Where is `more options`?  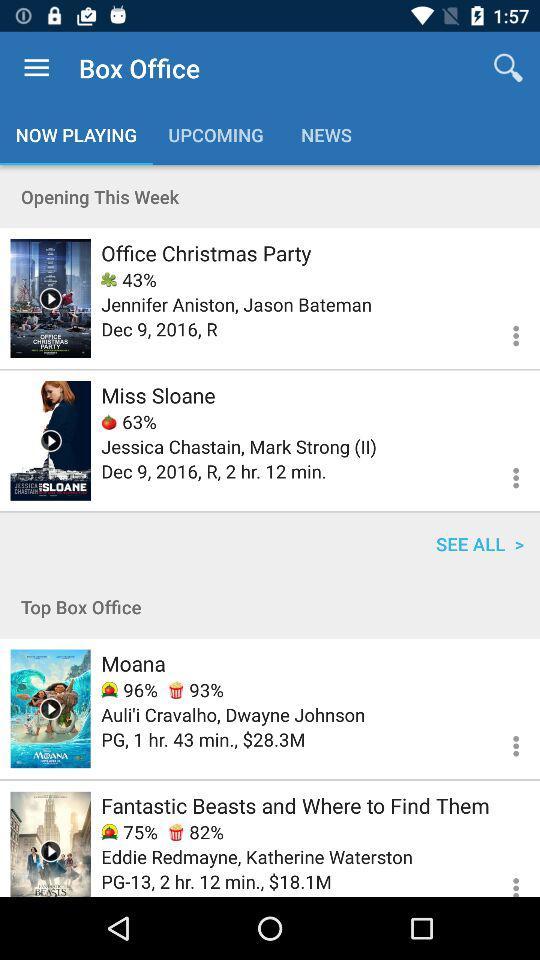
more options is located at coordinates (503, 475).